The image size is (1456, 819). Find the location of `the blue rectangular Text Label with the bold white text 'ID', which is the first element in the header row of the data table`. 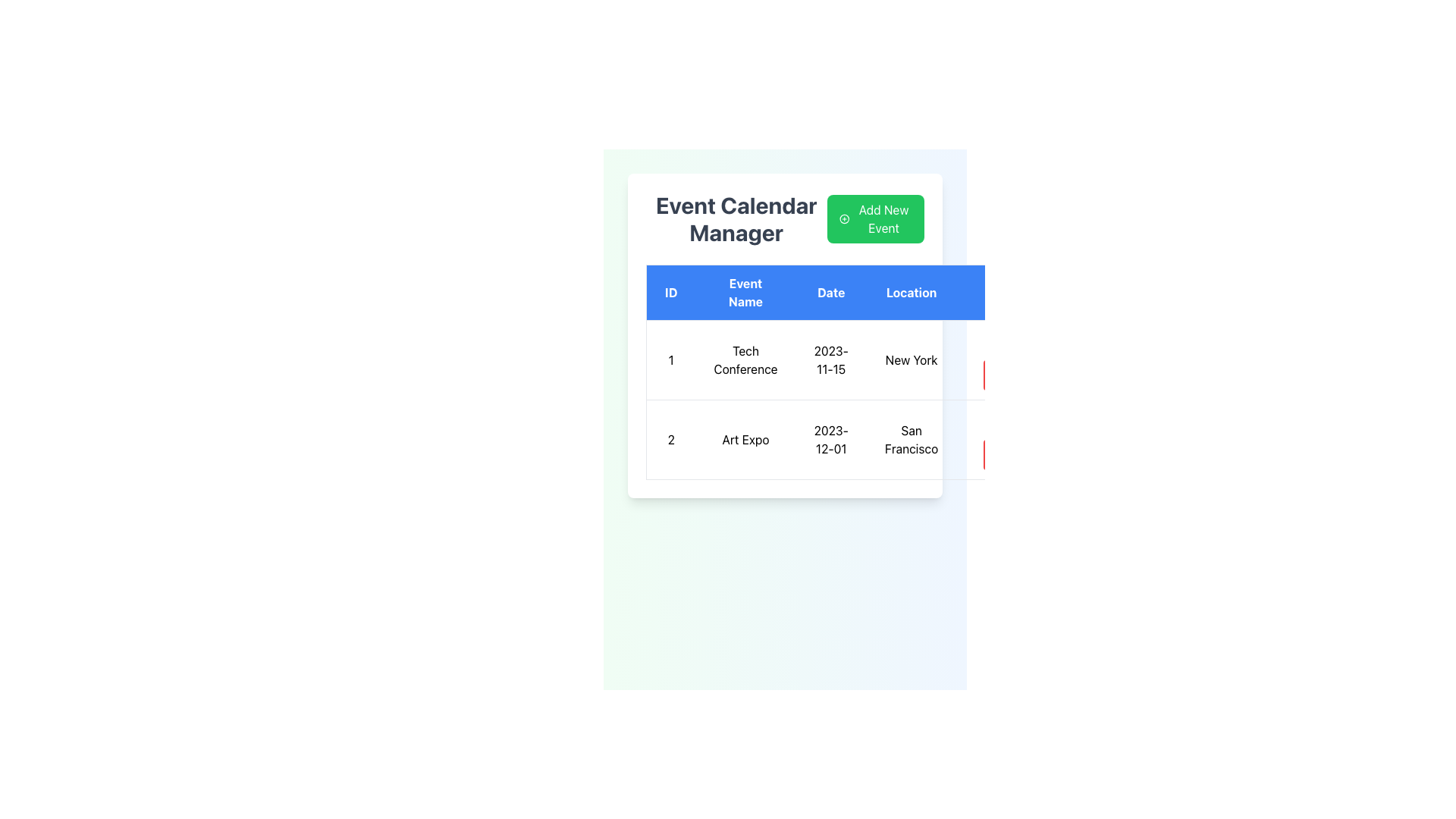

the blue rectangular Text Label with the bold white text 'ID', which is the first element in the header row of the data table is located at coordinates (670, 292).